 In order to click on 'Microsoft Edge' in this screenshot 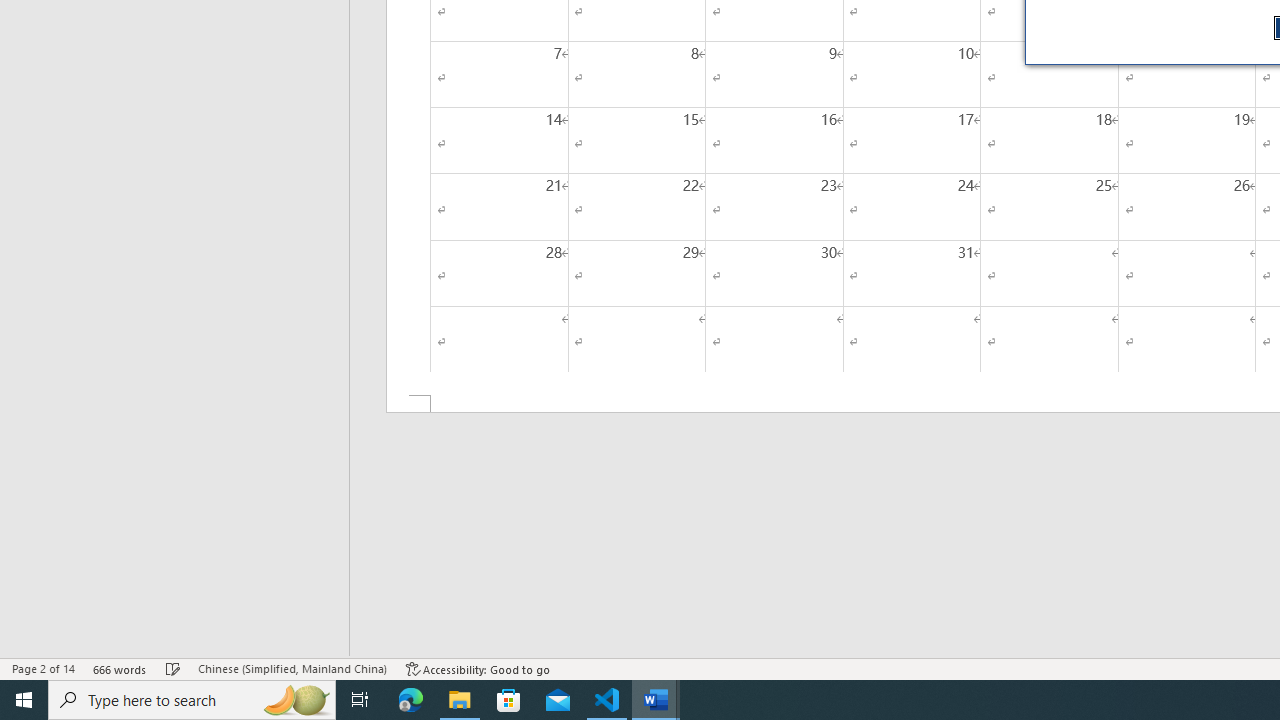, I will do `click(410, 698)`.